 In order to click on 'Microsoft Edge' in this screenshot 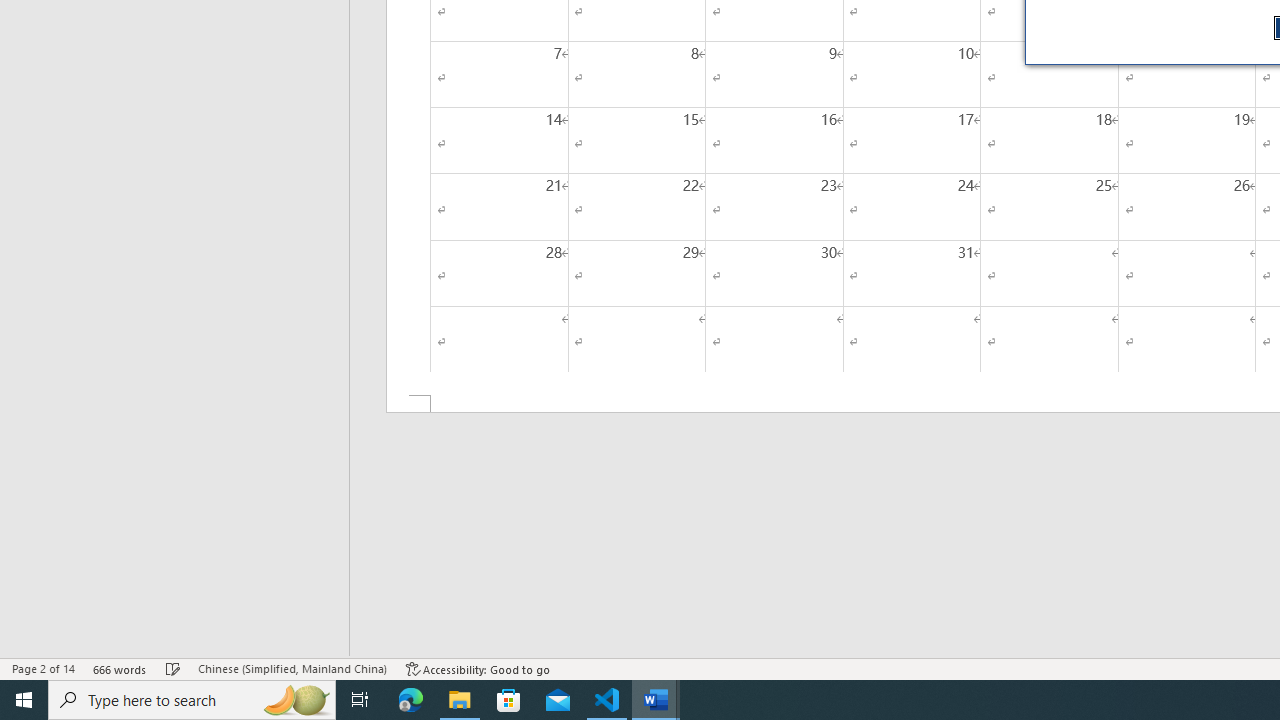, I will do `click(410, 698)`.